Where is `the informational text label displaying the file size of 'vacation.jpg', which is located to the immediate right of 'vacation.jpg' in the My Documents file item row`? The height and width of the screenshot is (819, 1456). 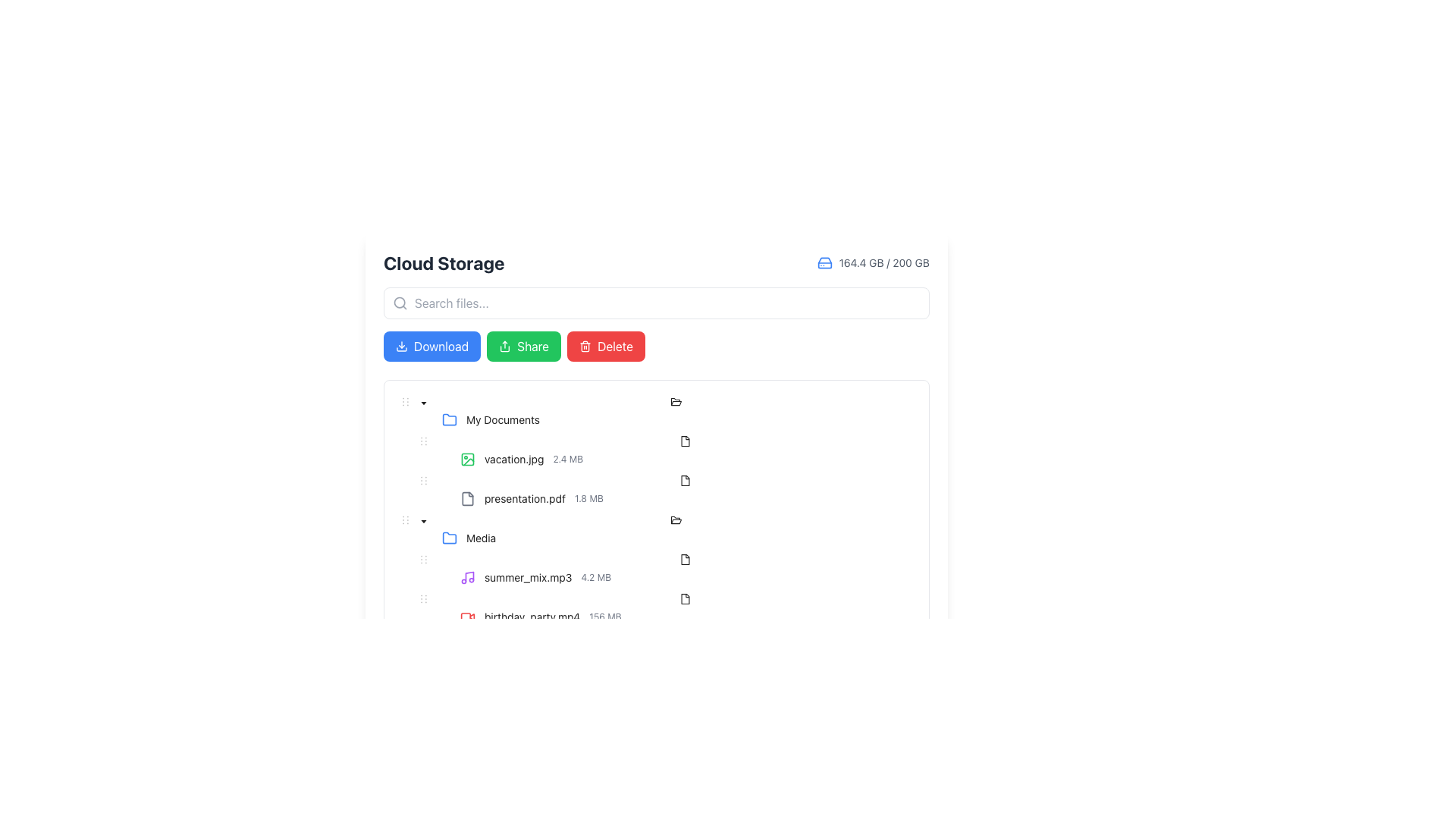 the informational text label displaying the file size of 'vacation.jpg', which is located to the immediate right of 'vacation.jpg' in the My Documents file item row is located at coordinates (567, 458).